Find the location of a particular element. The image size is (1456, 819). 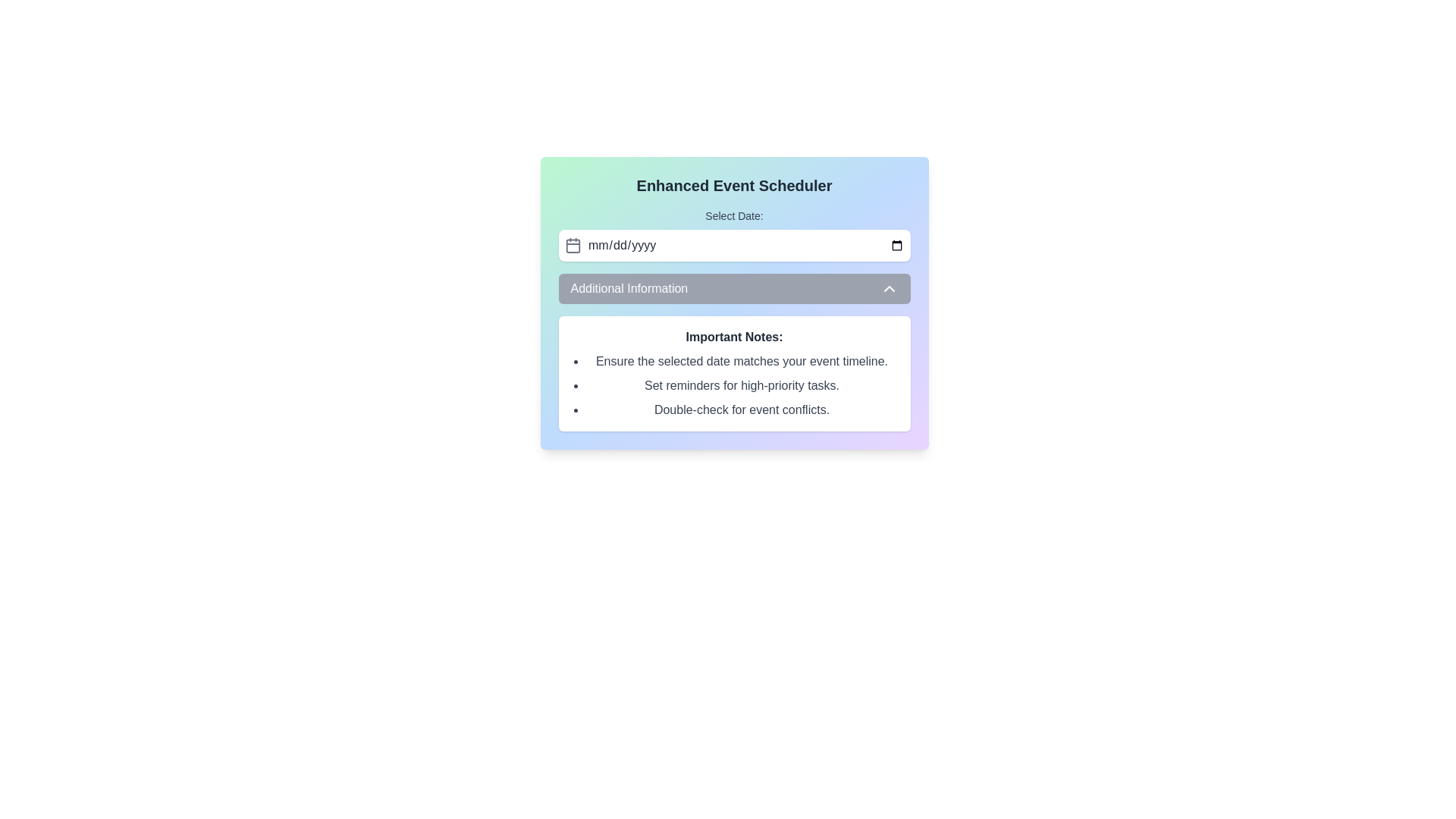

the text label that guides the user to the date picker input field, positioned above the date selection form is located at coordinates (734, 216).